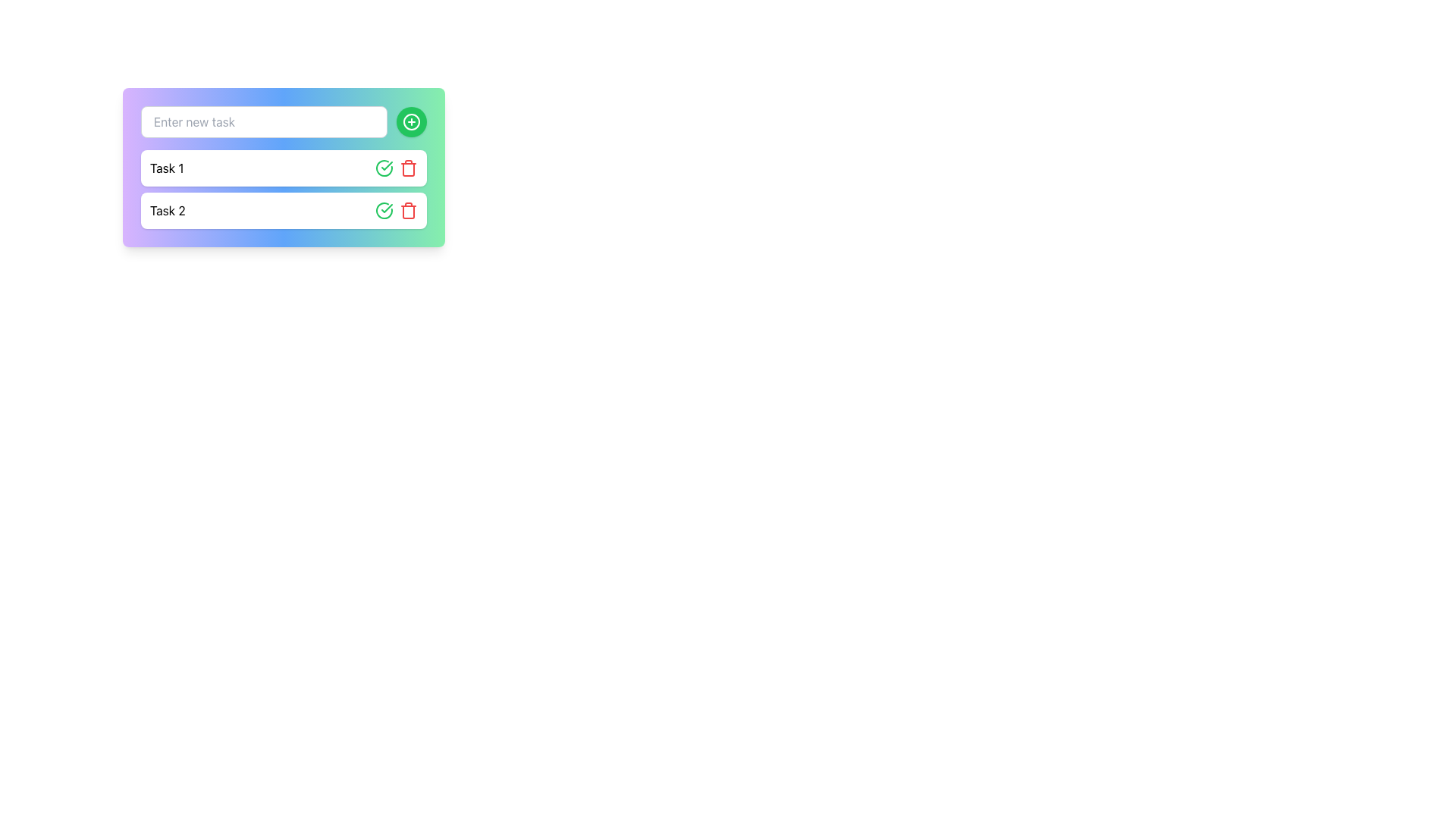 This screenshot has width=1456, height=819. Describe the element at coordinates (411, 121) in the screenshot. I see `the SVG Circle Element that represents the 'add' action, which is styled in green with a white plus sign at its center, located at the top-right corner of the task management interface` at that location.